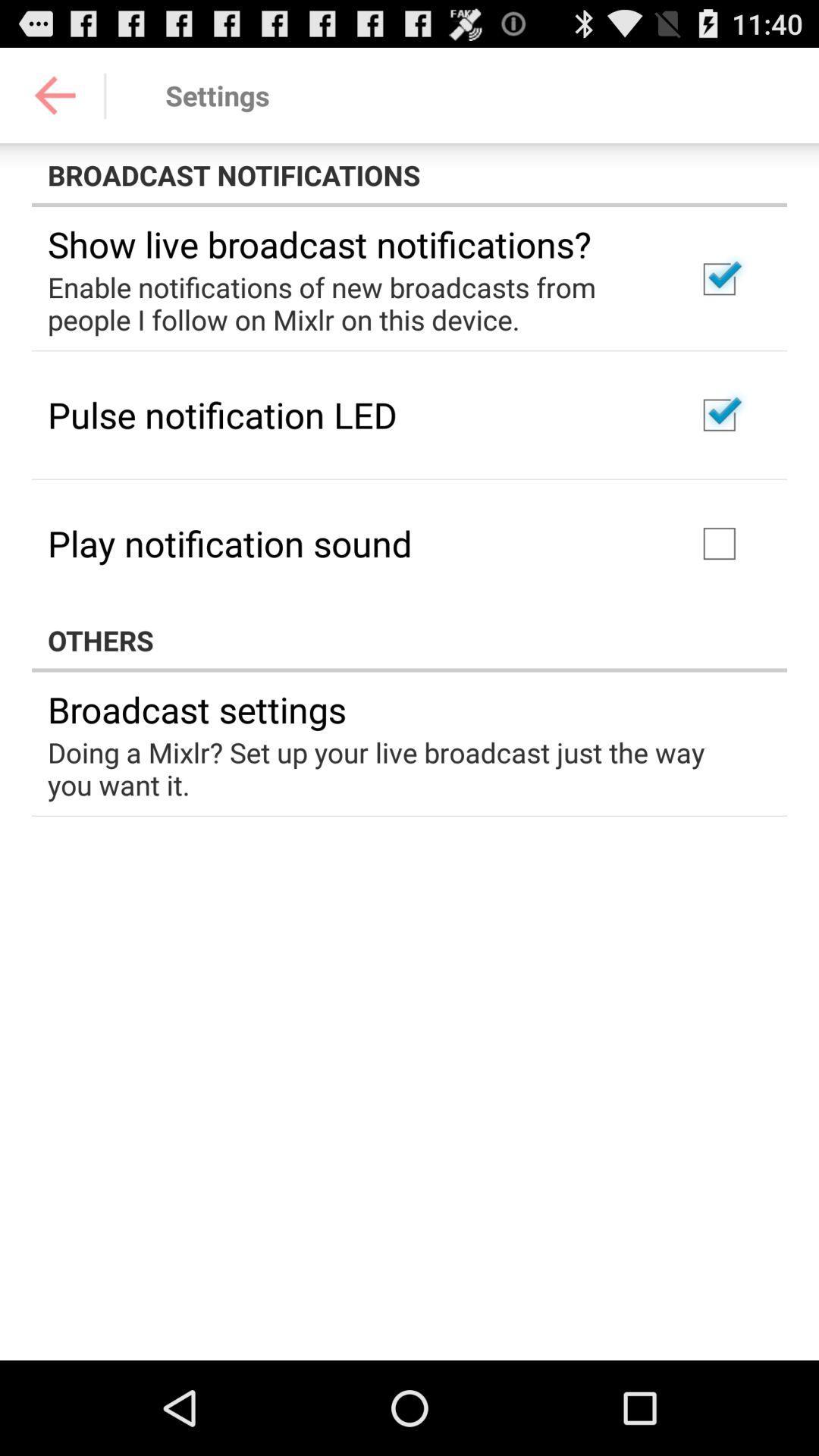 The height and width of the screenshot is (1456, 819). What do you see at coordinates (398, 768) in the screenshot?
I see `the icon below the broadcast settings item` at bounding box center [398, 768].